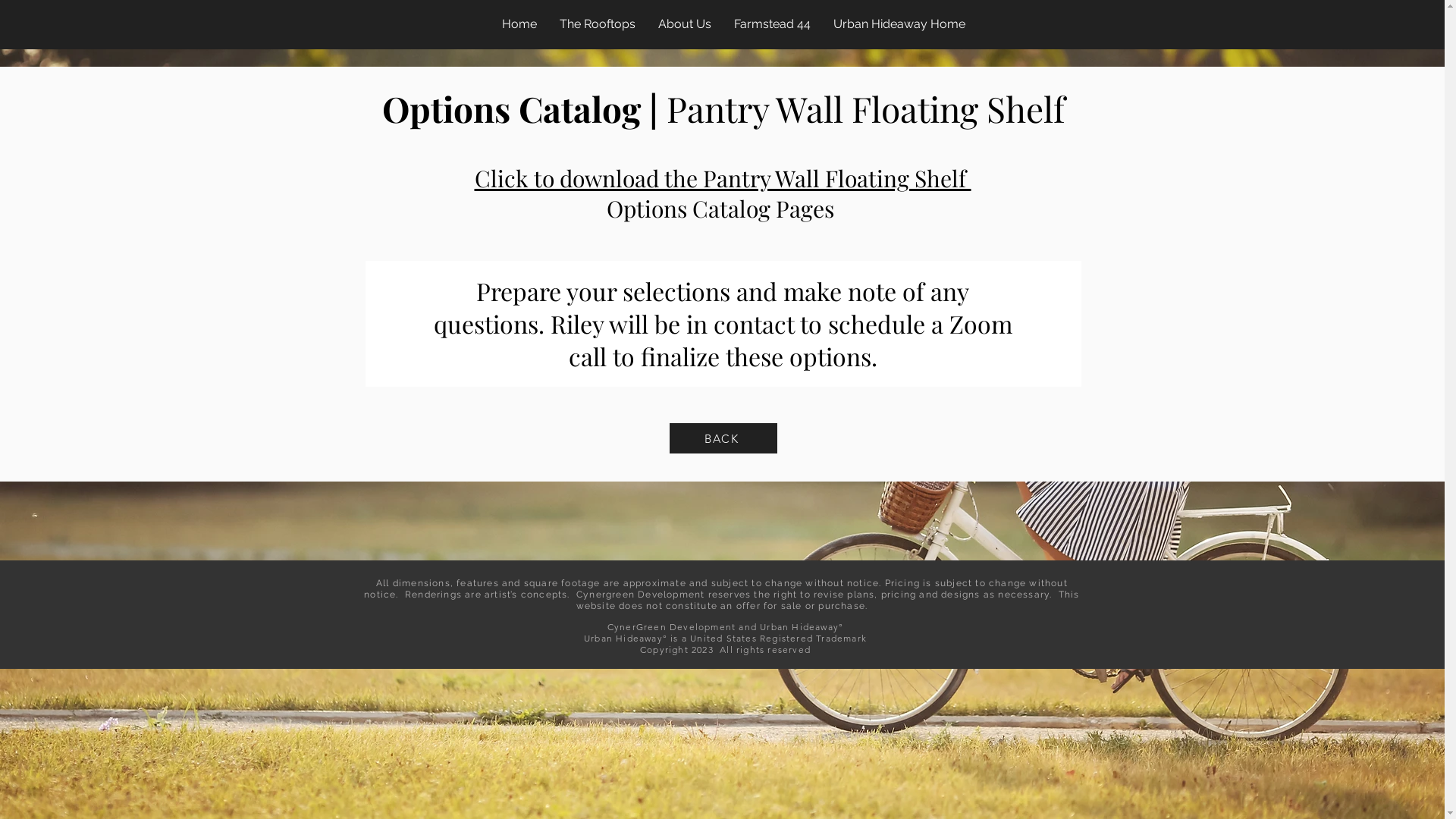  What do you see at coordinates (899, 24) in the screenshot?
I see `'Urban Hideaway Home'` at bounding box center [899, 24].